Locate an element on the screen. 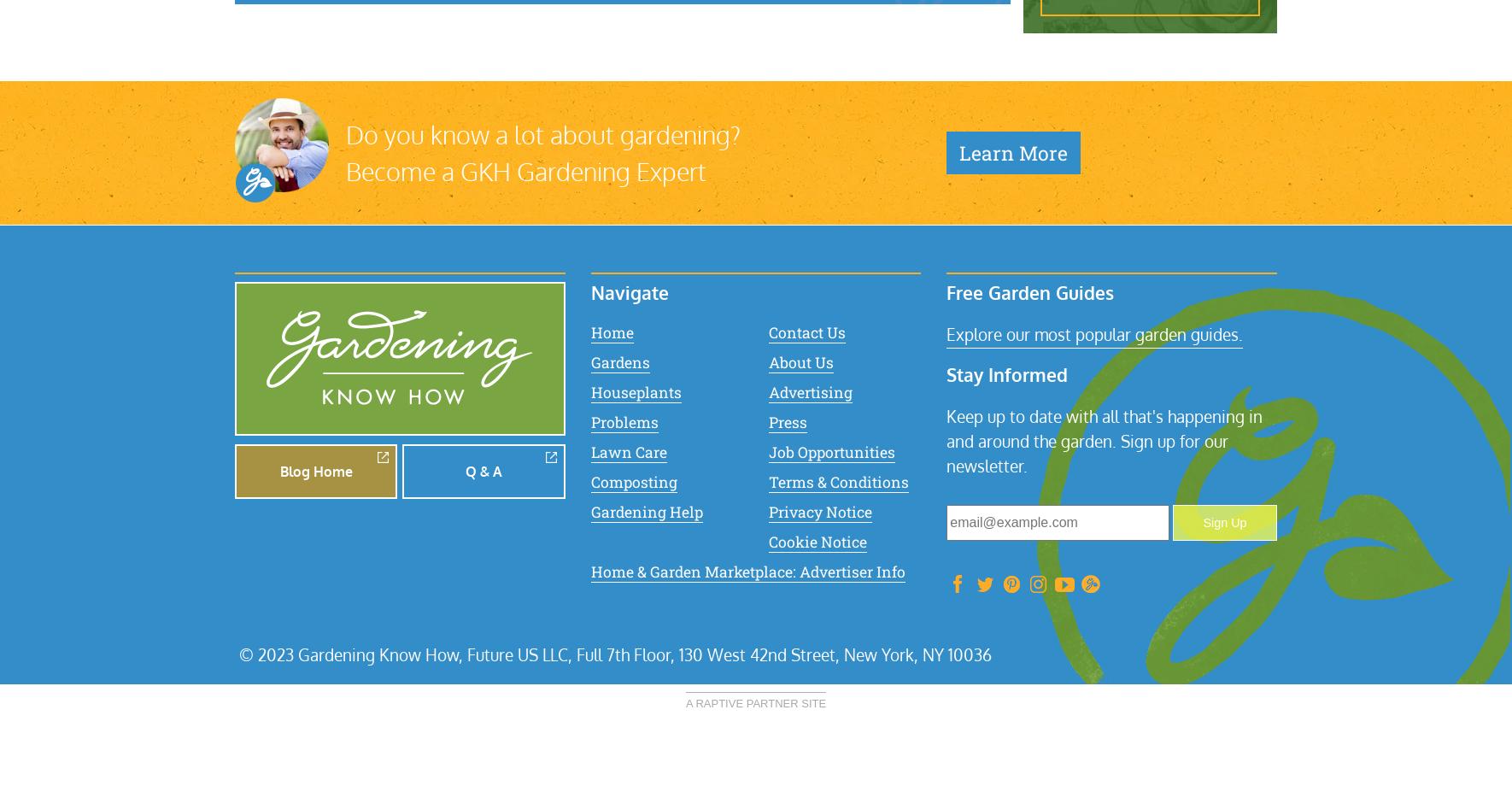 The image size is (1512, 786). 'Contact Us' is located at coordinates (766, 331).